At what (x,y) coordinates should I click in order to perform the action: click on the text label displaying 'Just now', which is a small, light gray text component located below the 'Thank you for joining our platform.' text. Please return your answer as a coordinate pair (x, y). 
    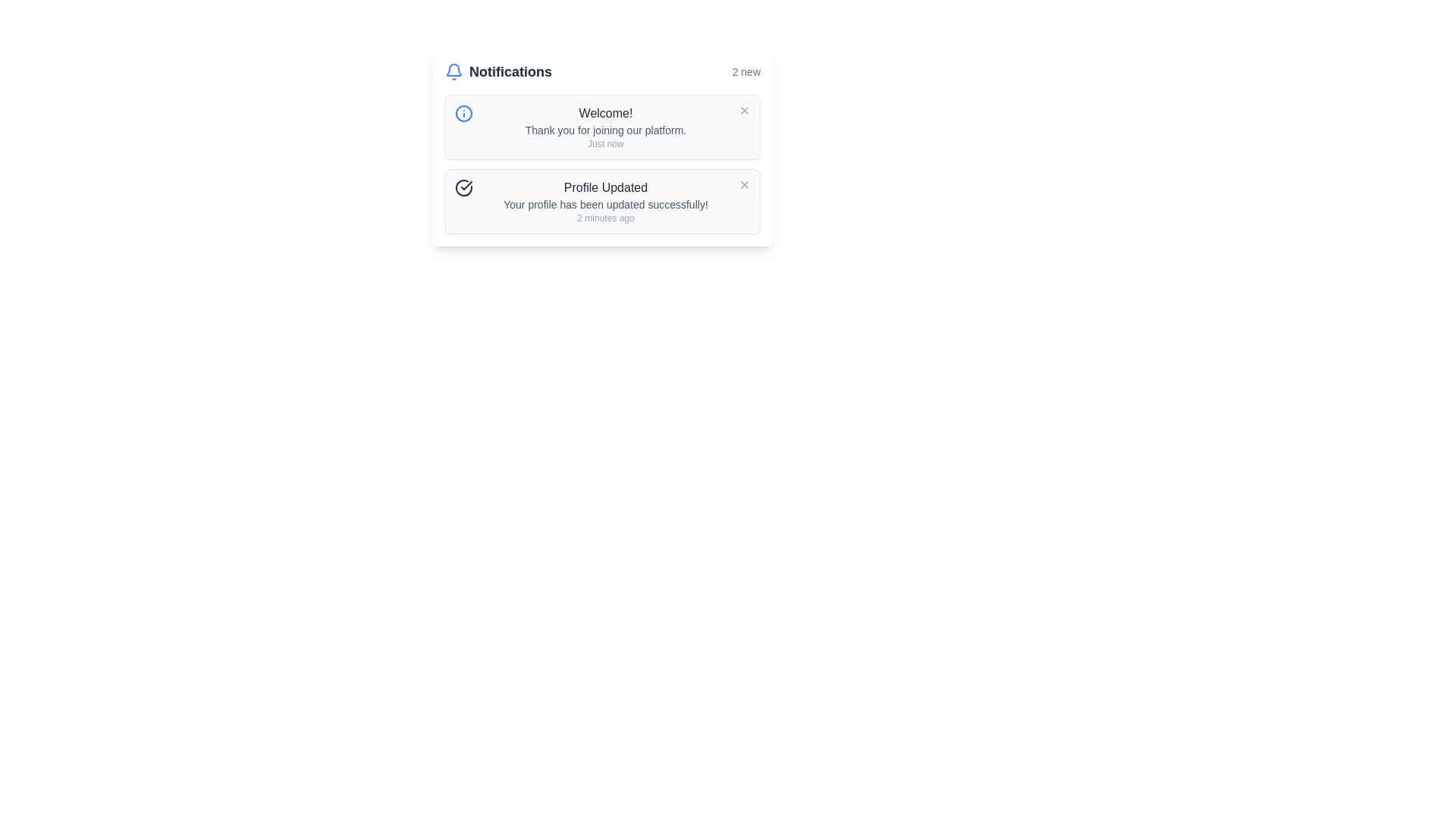
    Looking at the image, I should click on (604, 143).